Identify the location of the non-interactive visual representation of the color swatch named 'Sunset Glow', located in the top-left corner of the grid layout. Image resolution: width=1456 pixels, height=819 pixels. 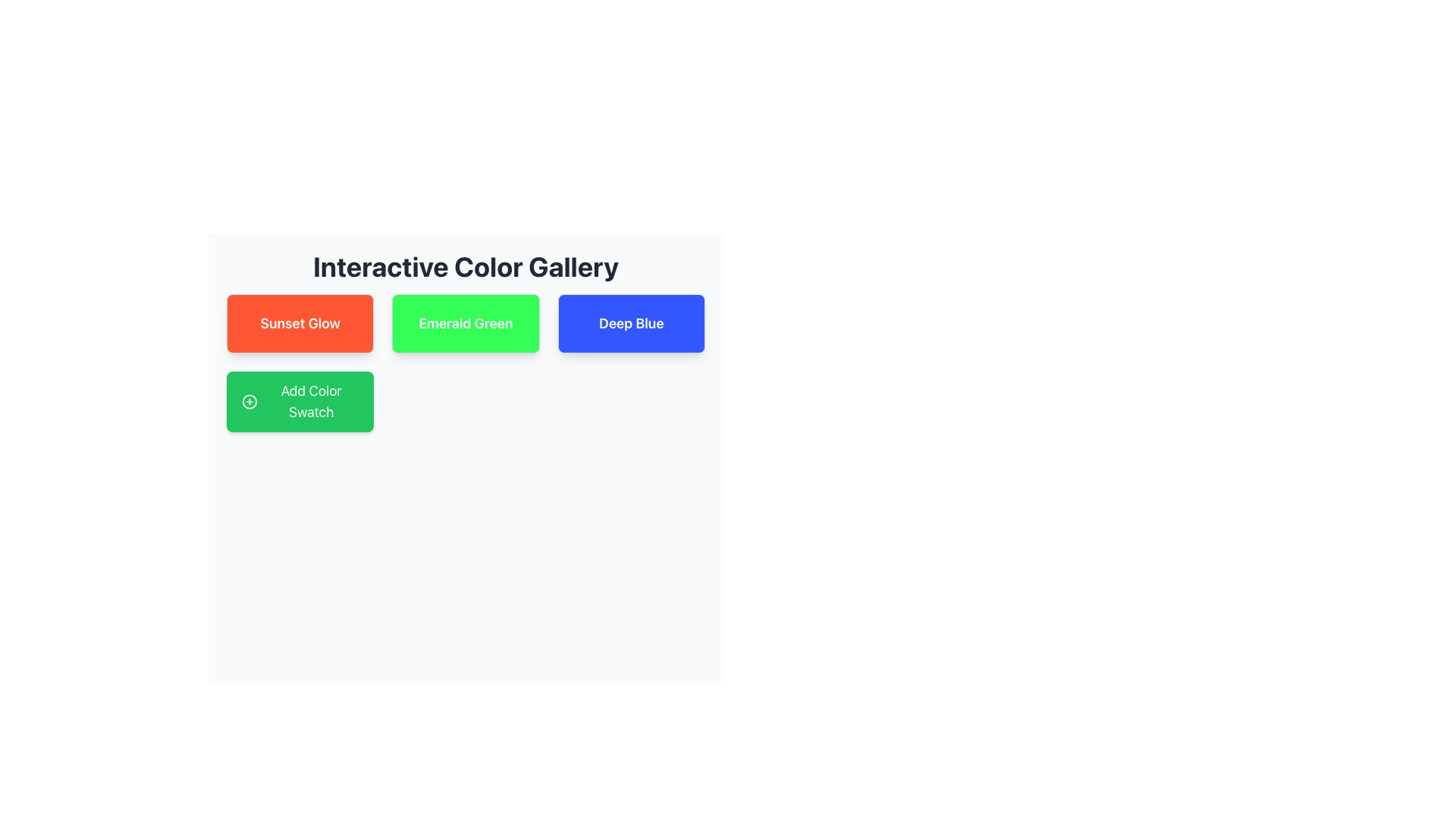
(300, 323).